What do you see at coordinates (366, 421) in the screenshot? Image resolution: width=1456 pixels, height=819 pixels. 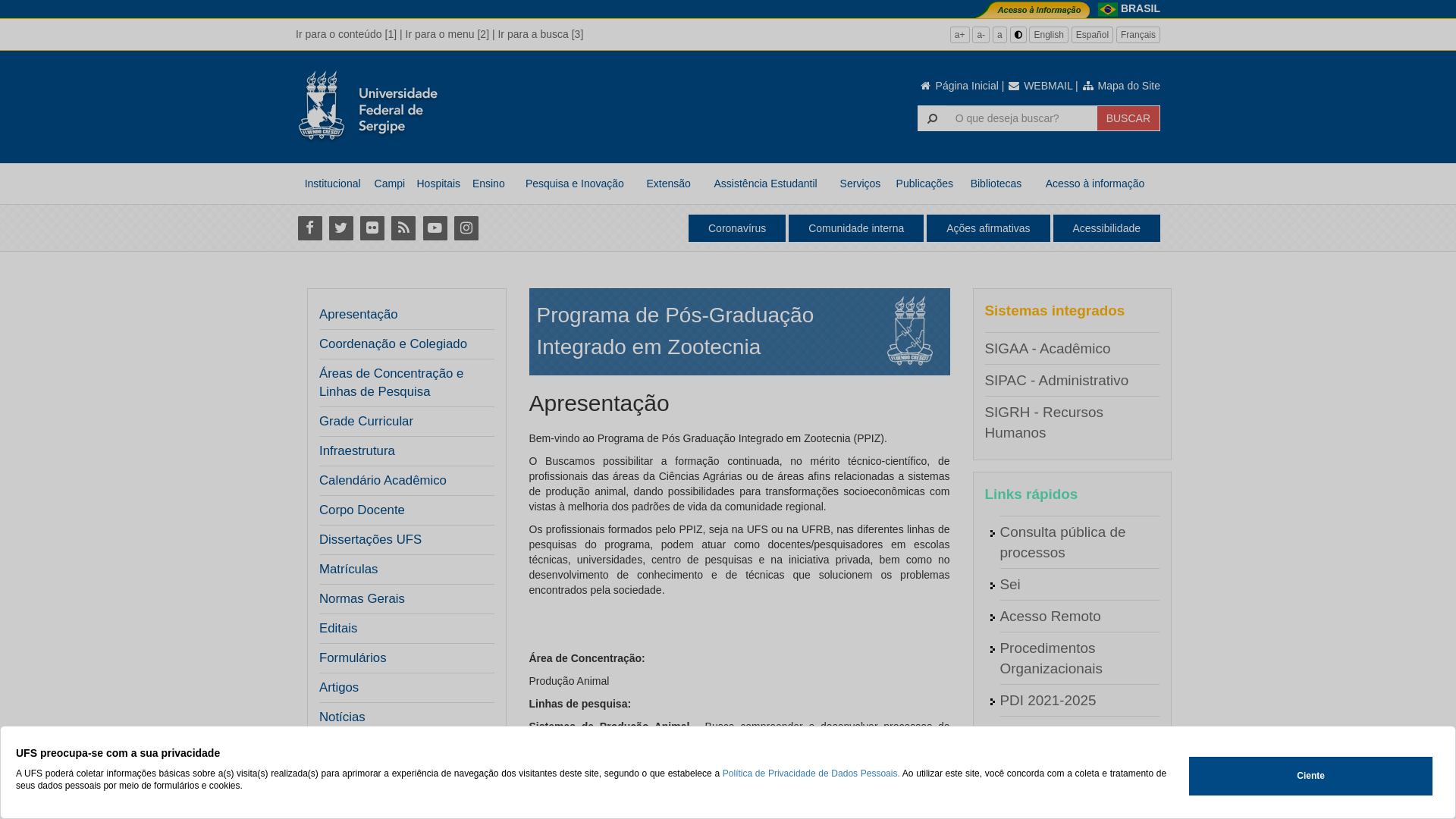 I see `'Grade Curricular'` at bounding box center [366, 421].